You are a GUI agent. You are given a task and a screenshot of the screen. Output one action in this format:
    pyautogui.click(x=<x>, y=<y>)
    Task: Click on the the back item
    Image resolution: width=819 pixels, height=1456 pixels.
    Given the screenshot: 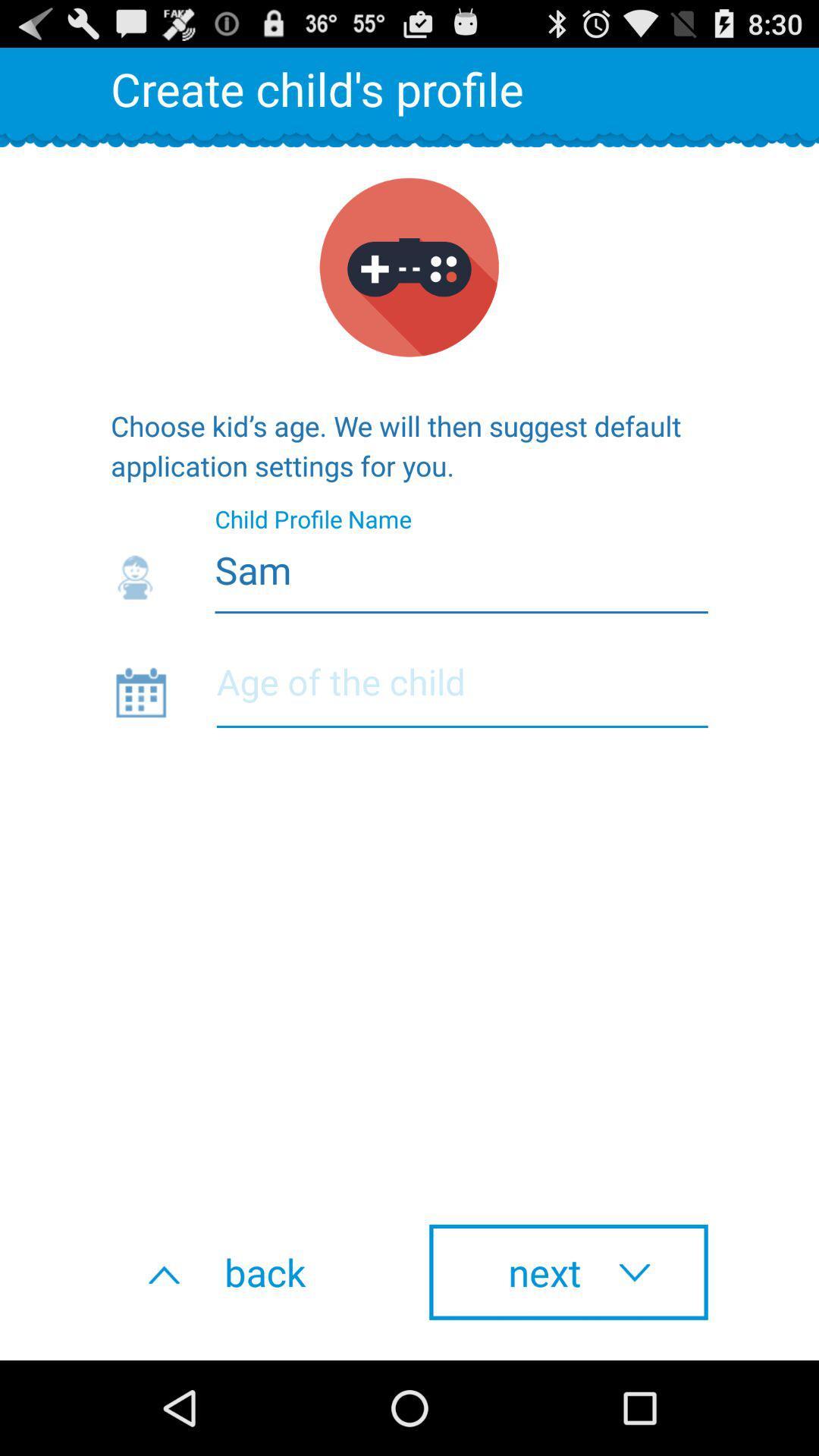 What is the action you would take?
    pyautogui.click(x=249, y=1272)
    